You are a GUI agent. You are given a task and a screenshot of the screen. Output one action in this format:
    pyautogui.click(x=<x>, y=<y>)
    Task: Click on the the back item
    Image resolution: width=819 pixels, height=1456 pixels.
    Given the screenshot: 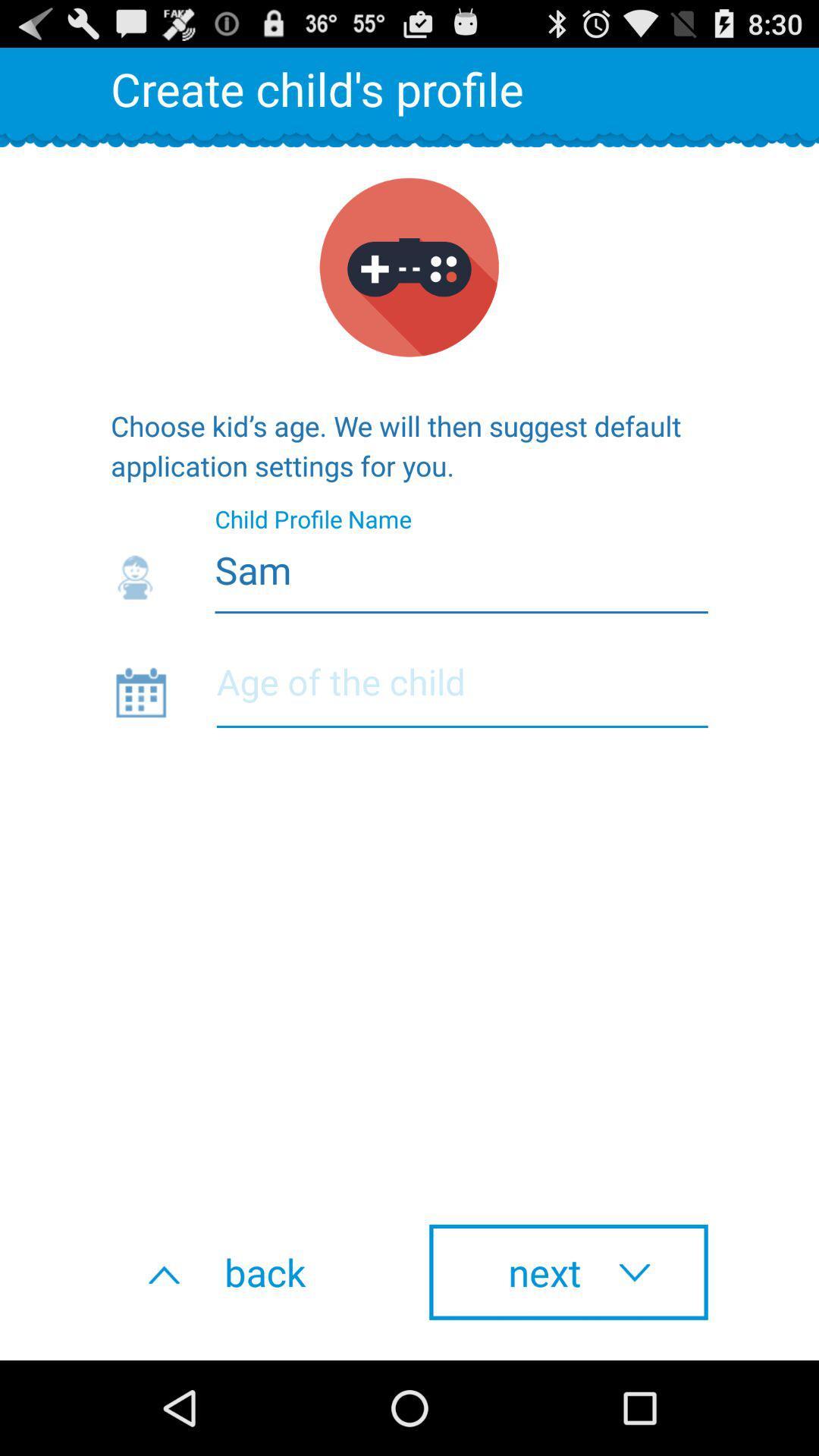 What is the action you would take?
    pyautogui.click(x=249, y=1272)
    